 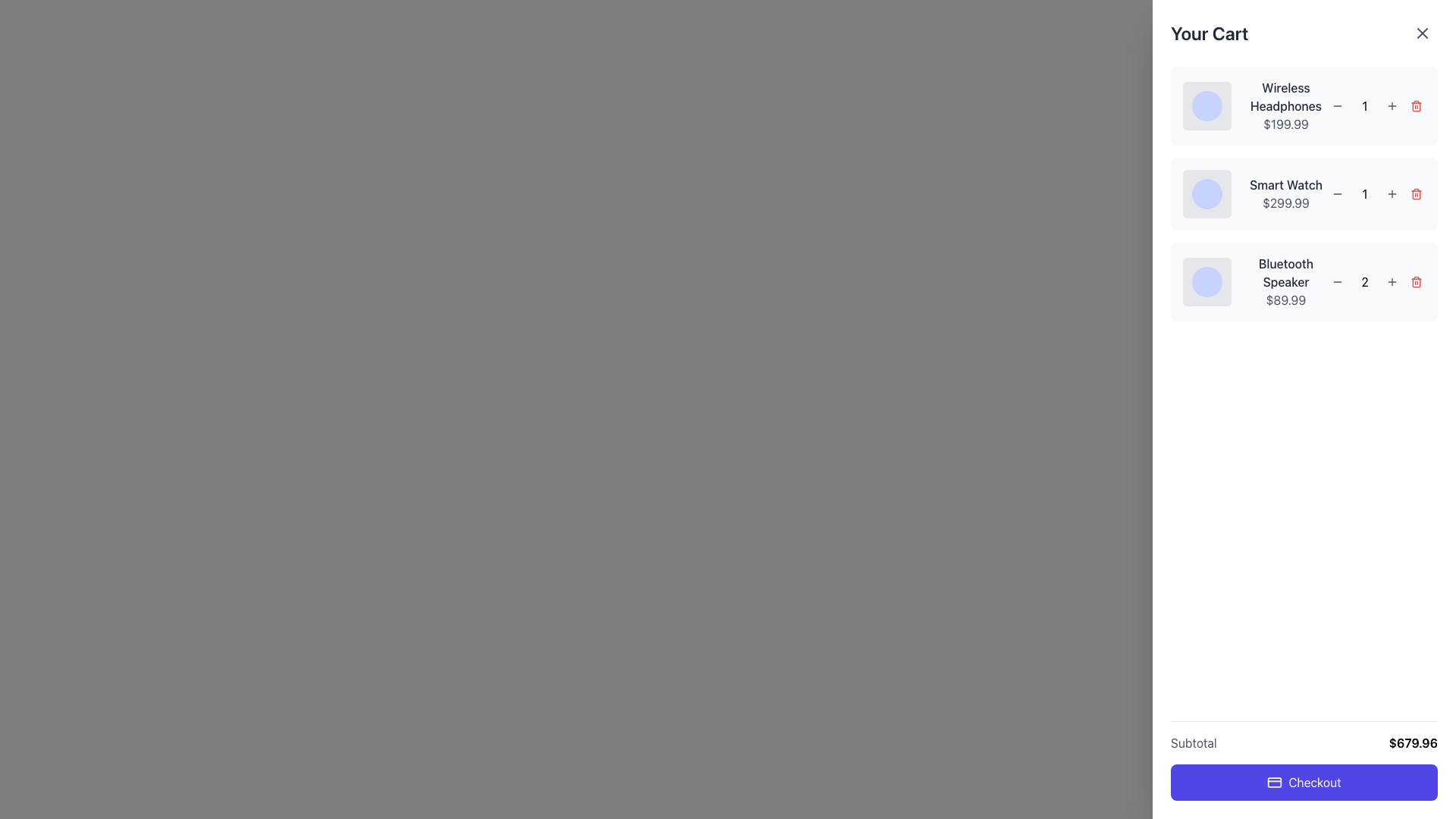 What do you see at coordinates (1285, 281) in the screenshot?
I see `the textual label displaying 'Bluetooth Speaker' and its price, which is the last item in the cart's list` at bounding box center [1285, 281].